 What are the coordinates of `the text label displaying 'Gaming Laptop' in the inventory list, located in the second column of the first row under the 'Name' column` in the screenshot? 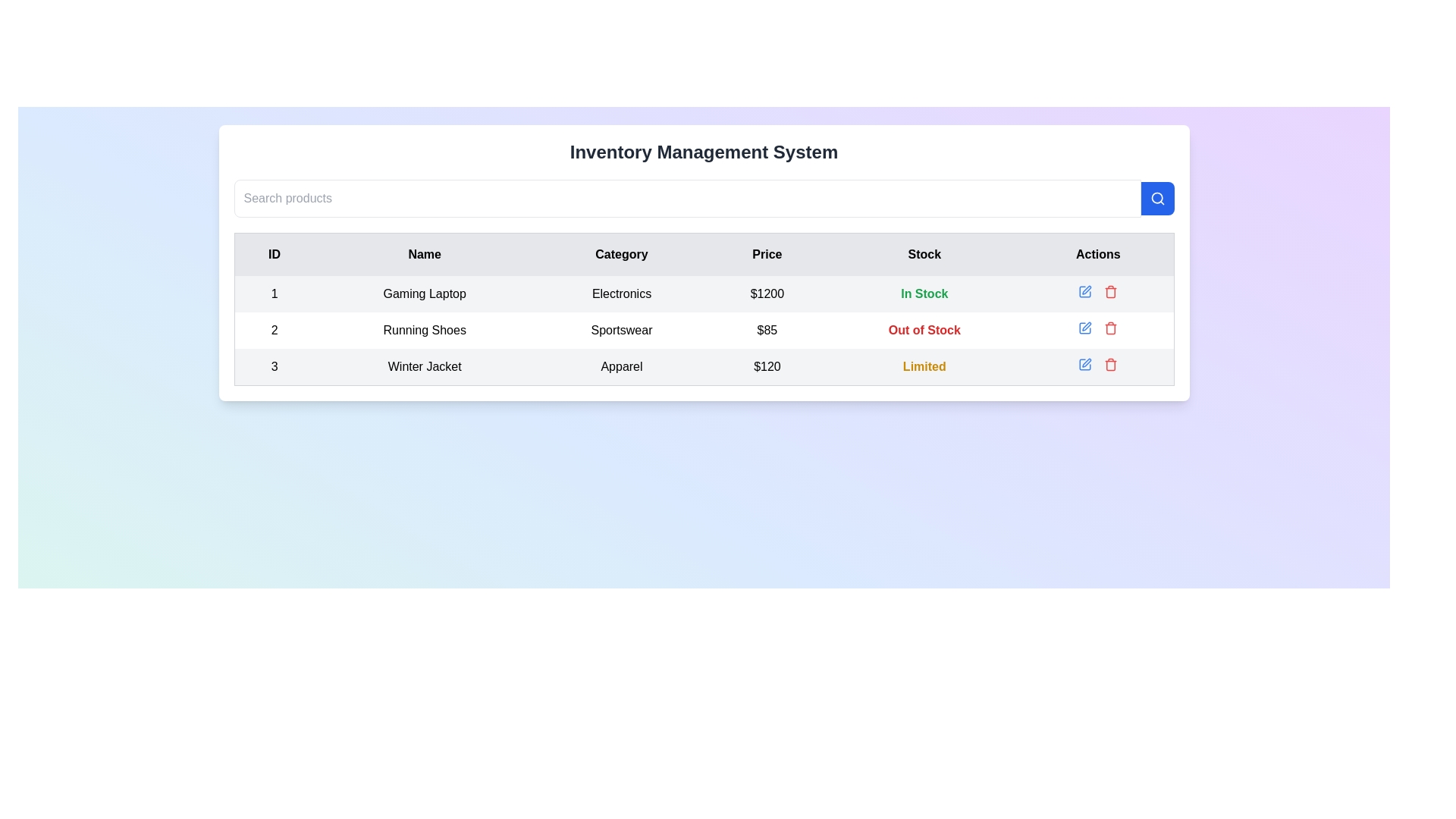 It's located at (425, 294).